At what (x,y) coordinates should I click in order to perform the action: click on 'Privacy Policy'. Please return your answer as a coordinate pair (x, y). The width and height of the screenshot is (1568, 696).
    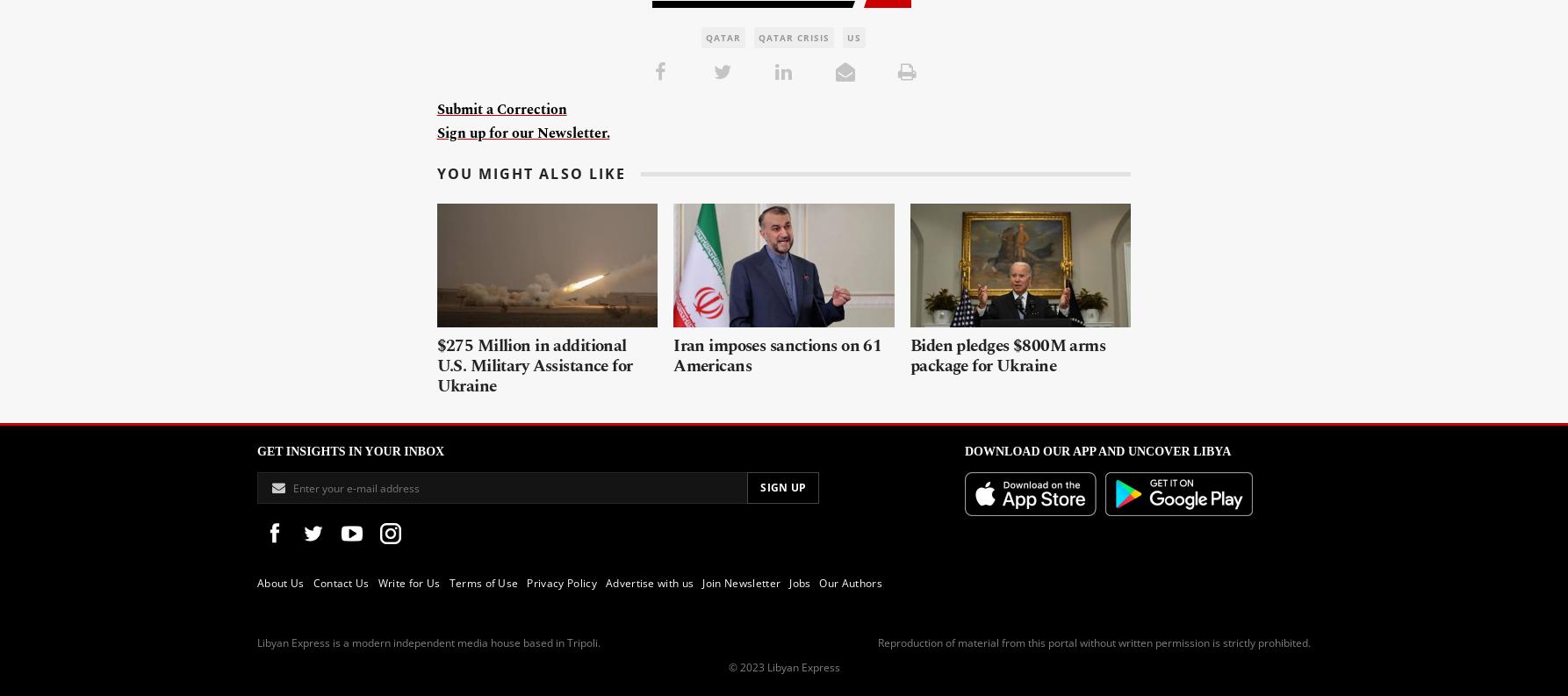
    Looking at the image, I should click on (561, 583).